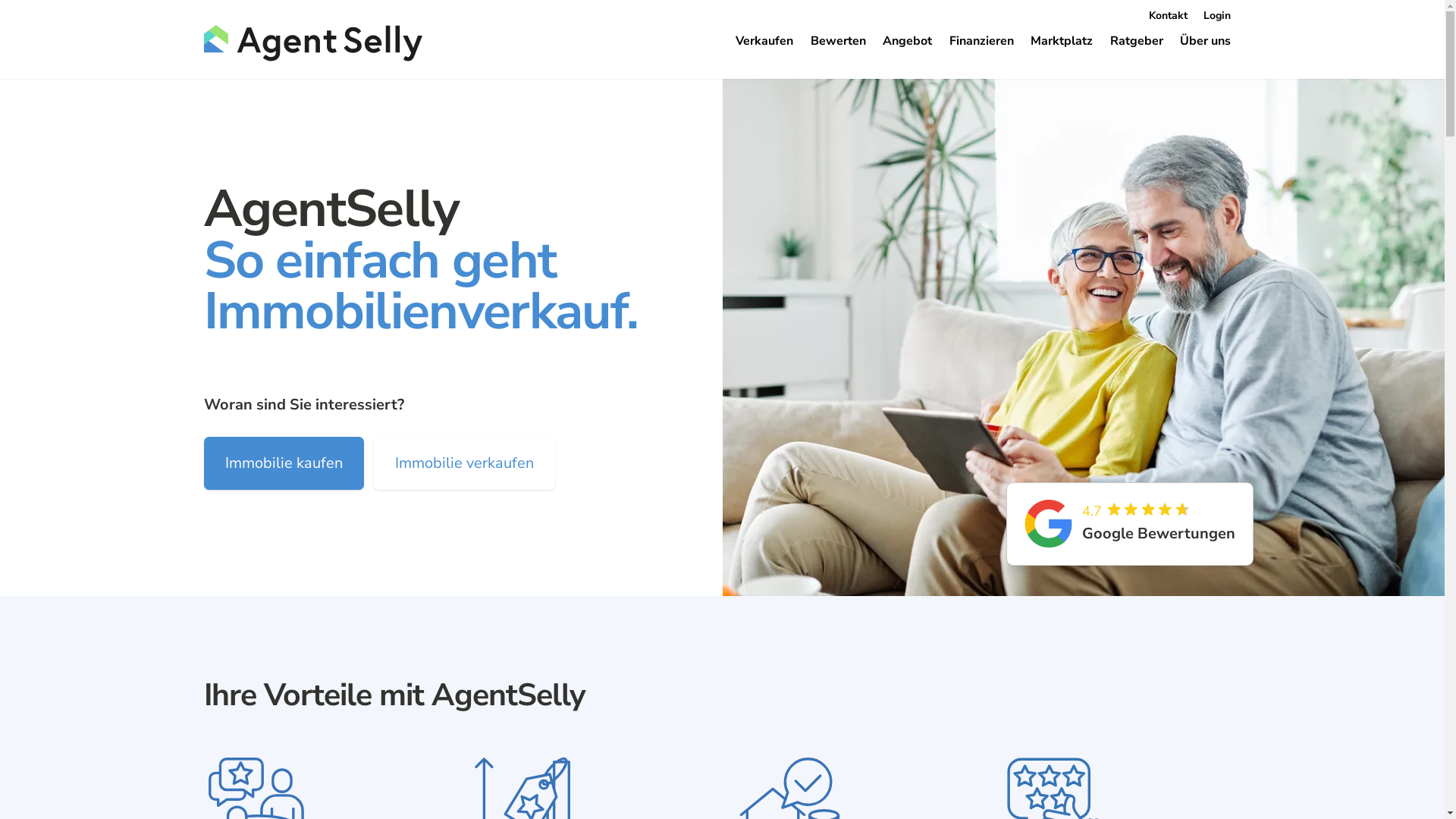 The image size is (1456, 819). Describe the element at coordinates (283, 462) in the screenshot. I see `'Immobilie kaufen'` at that location.